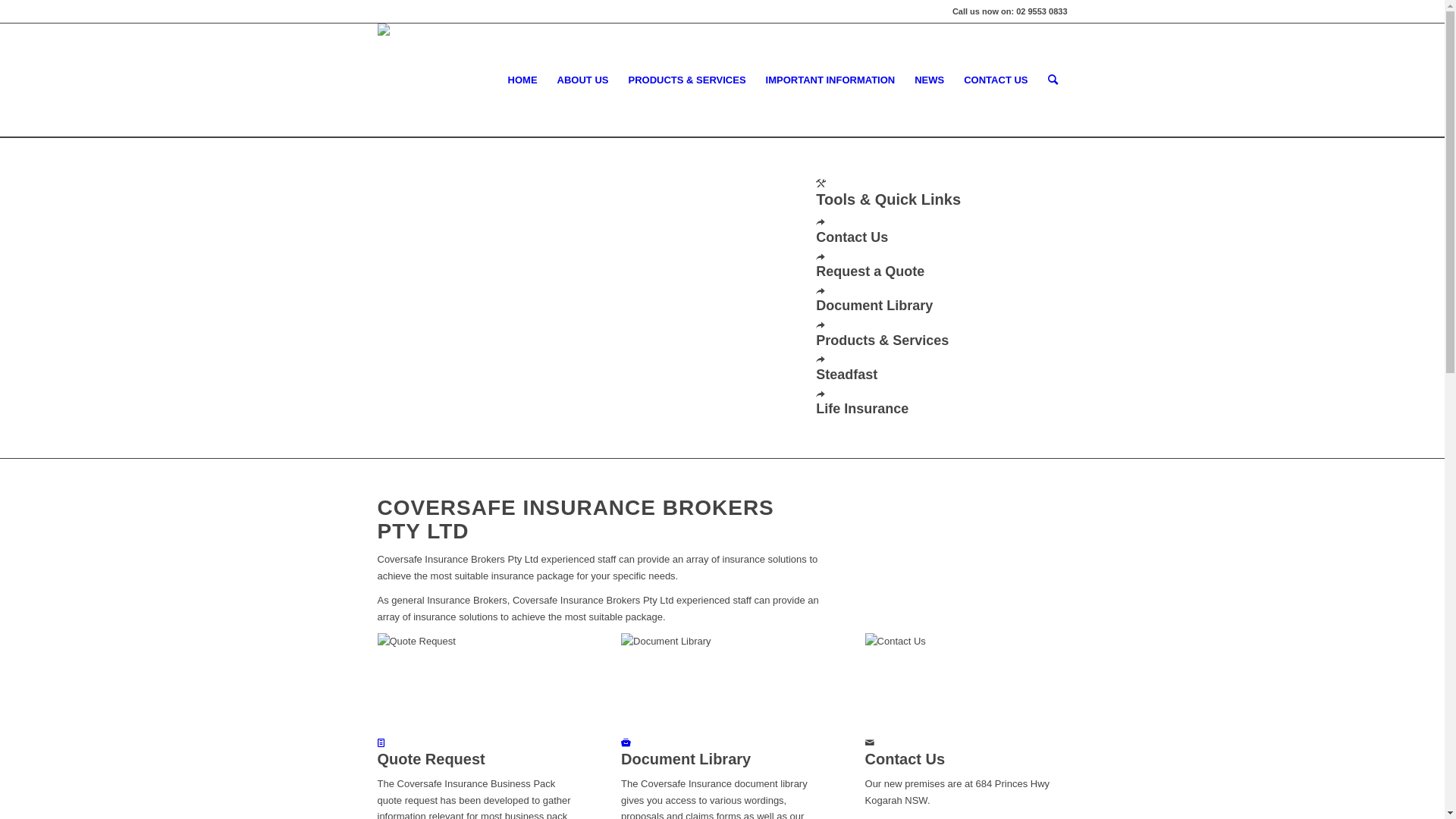 The width and height of the screenshot is (1456, 819). I want to click on 'Life Insurance', so click(862, 408).